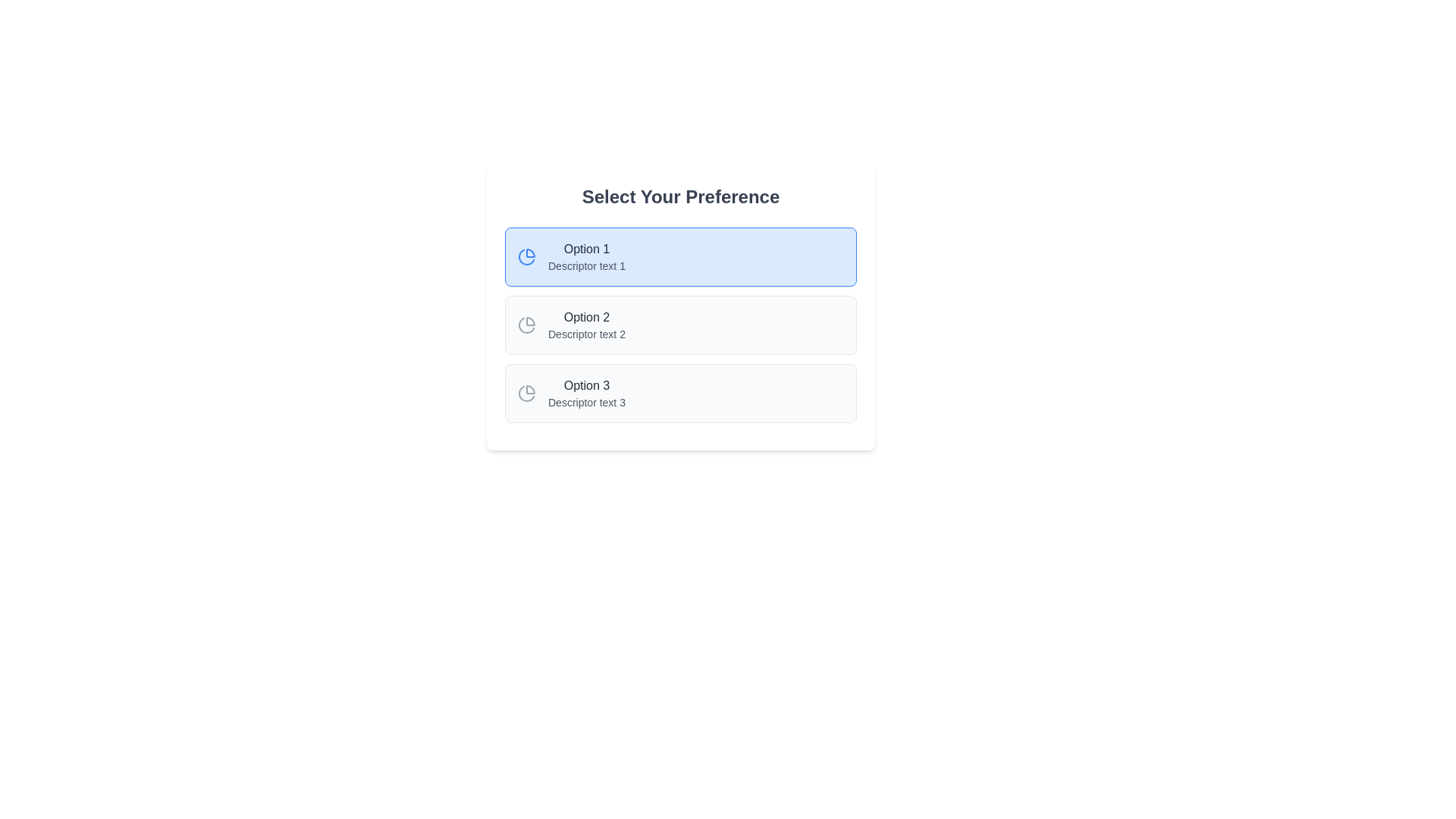  Describe the element at coordinates (679, 324) in the screenshot. I see `the radio button option labeled 'Option 2'` at that location.